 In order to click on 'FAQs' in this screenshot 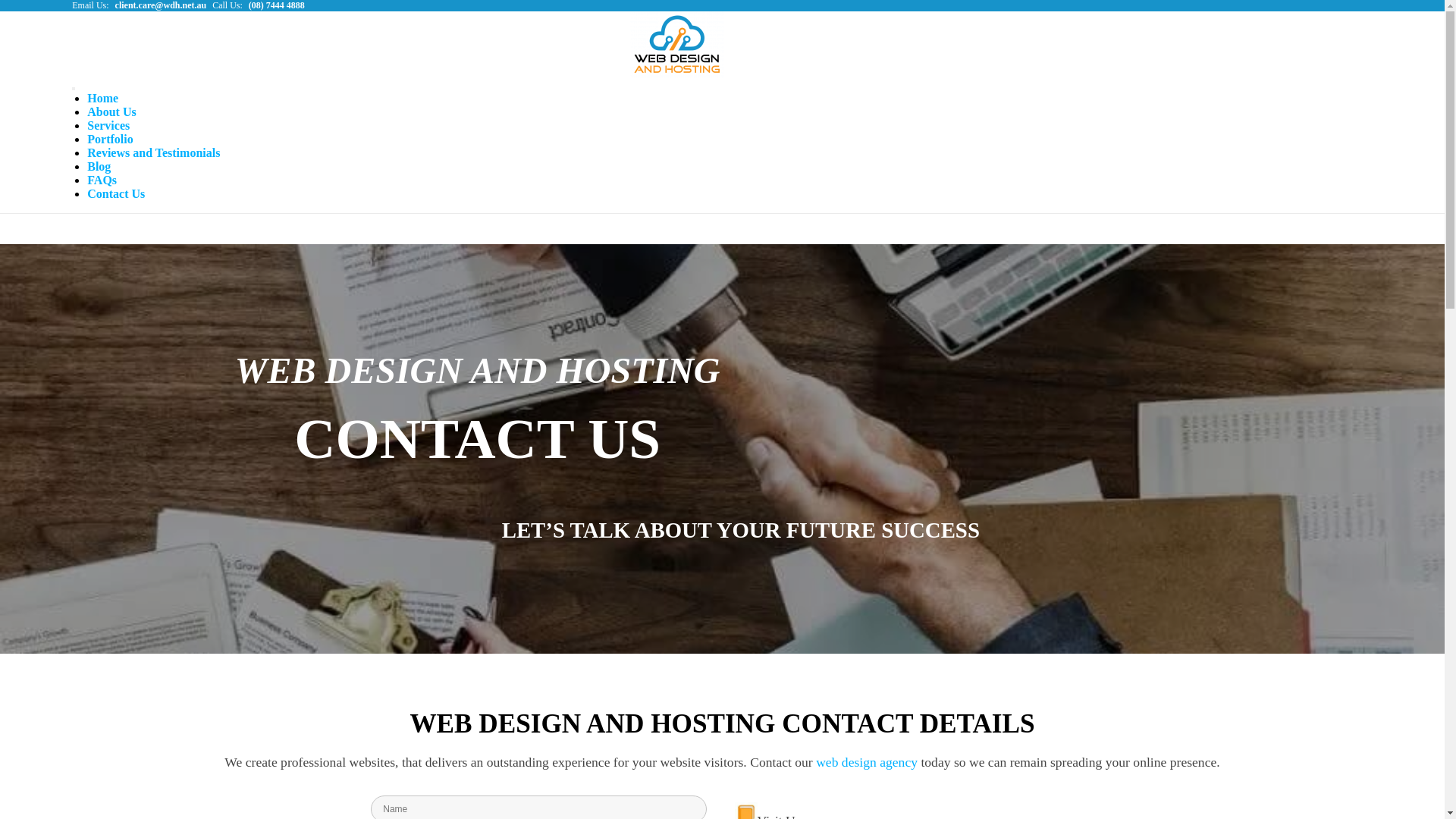, I will do `click(101, 179)`.